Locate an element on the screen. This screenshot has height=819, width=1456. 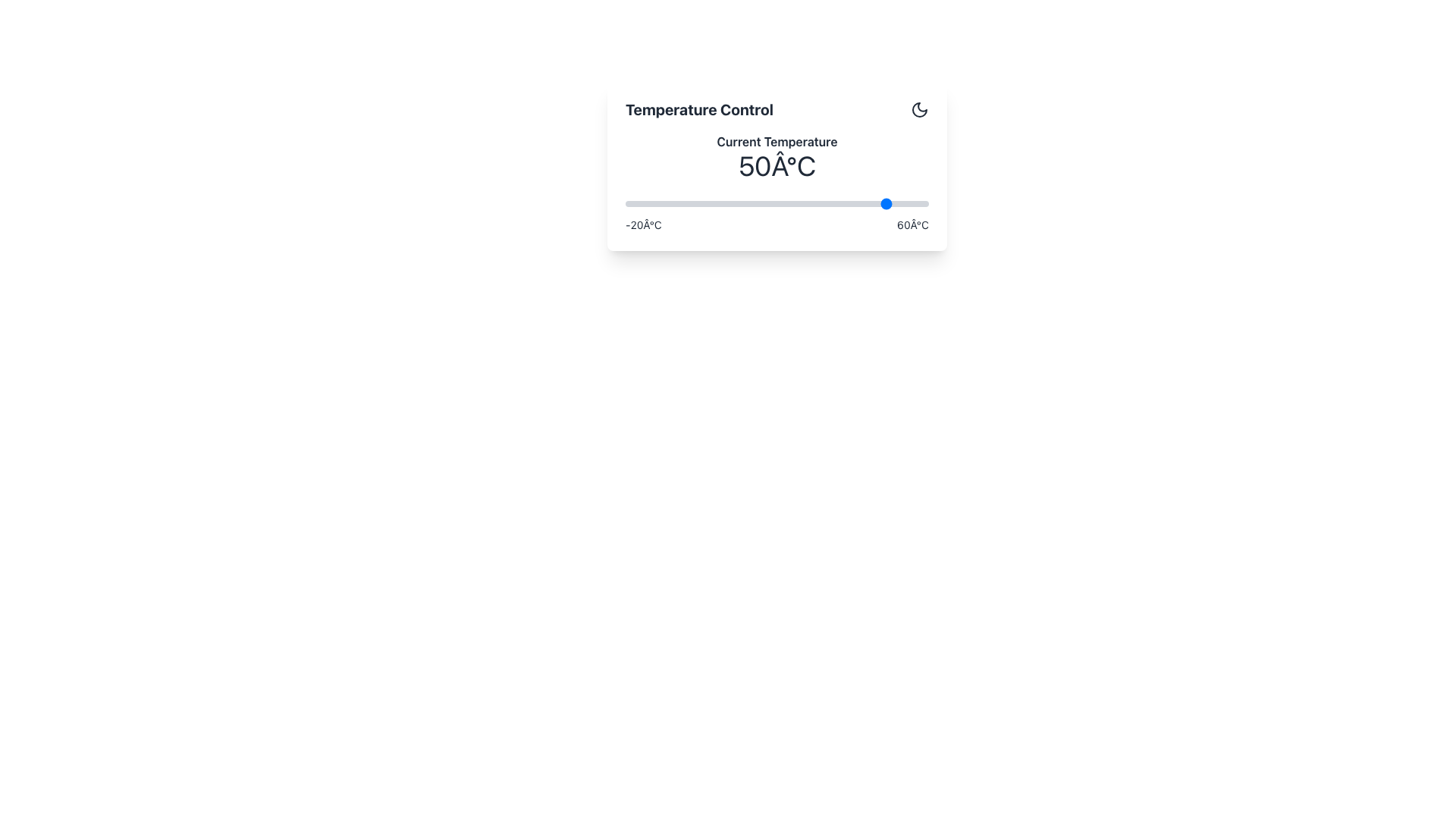
the lower limit indicator label of the temperature range, which is located adjacent to the label '60Â°C' in the temperature control section is located at coordinates (643, 225).